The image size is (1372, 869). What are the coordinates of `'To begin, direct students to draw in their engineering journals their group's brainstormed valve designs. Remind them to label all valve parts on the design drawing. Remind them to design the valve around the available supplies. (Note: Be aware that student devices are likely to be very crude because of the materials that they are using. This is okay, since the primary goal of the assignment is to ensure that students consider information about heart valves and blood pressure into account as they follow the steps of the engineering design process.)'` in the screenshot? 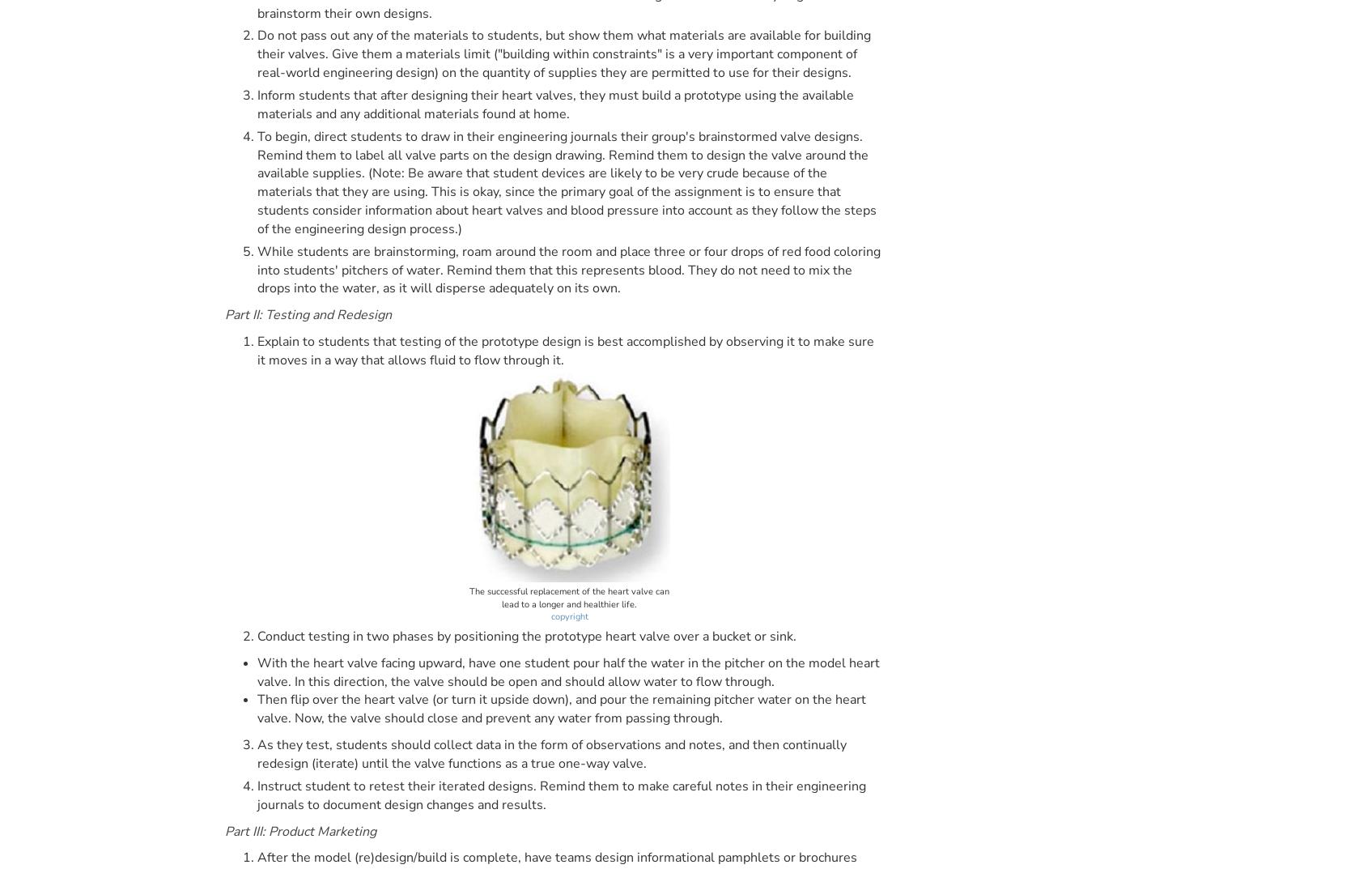 It's located at (566, 182).